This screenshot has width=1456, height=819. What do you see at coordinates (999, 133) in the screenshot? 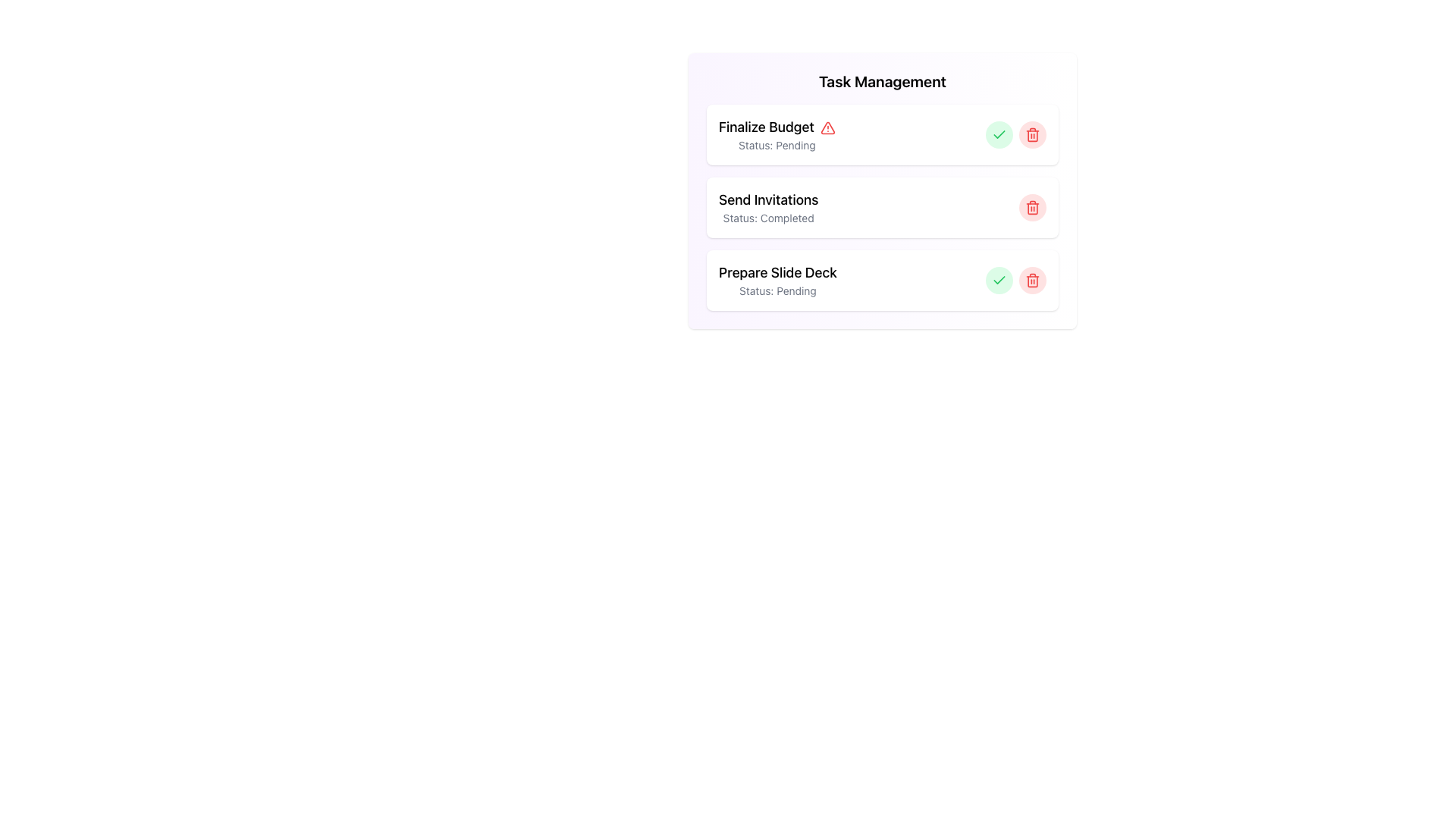
I see `the completion icon located in the third card of the task list titled 'Prepare Slide Deck', positioned to the right of the card's text` at bounding box center [999, 133].